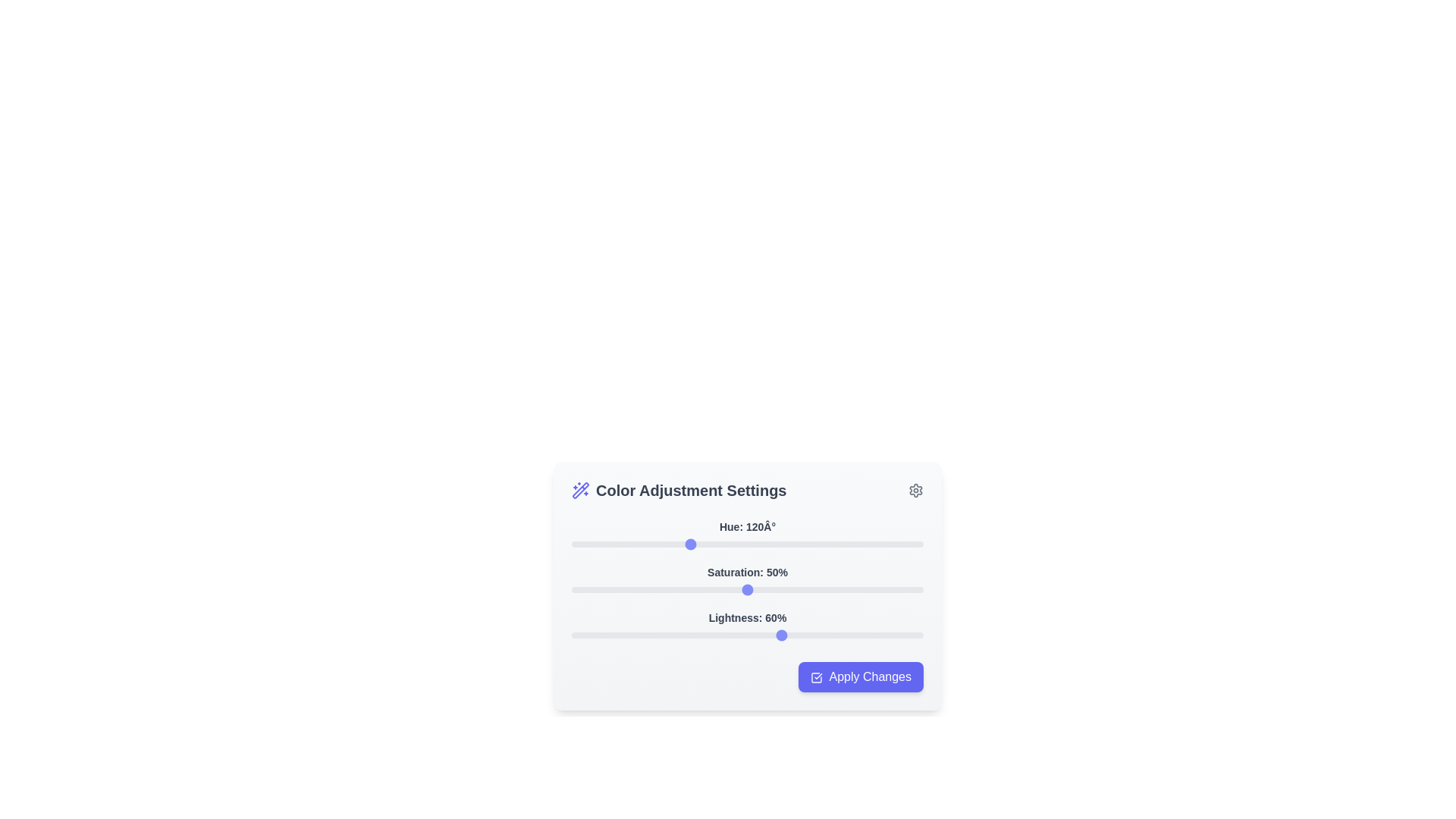 The width and height of the screenshot is (1456, 819). What do you see at coordinates (669, 635) in the screenshot?
I see `the lightness` at bounding box center [669, 635].